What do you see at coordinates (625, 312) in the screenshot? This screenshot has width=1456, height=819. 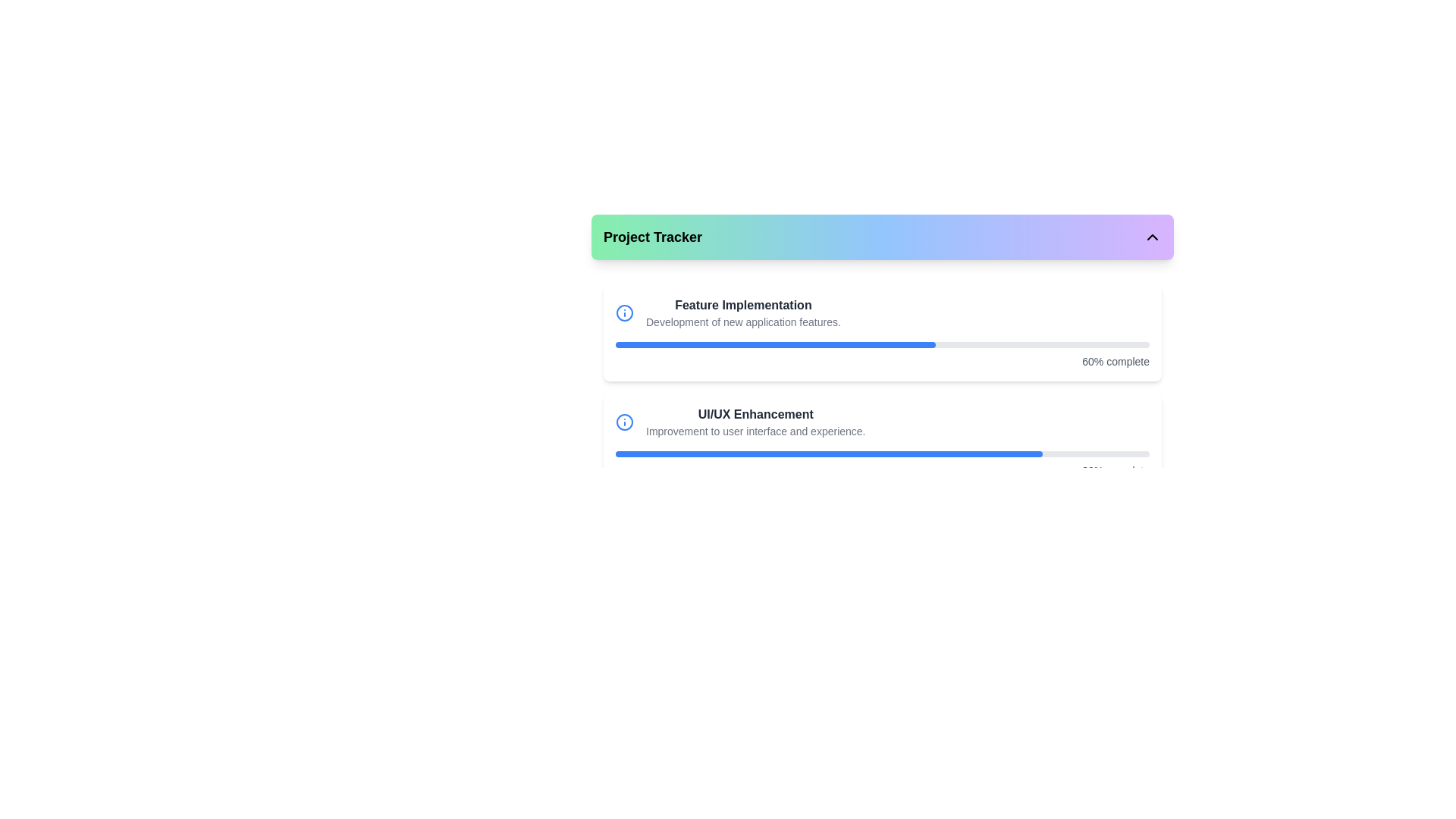 I see `the blue circular information icon with a white 'i' symbol, located to the left of the 'Feature Implementation' section title` at bounding box center [625, 312].